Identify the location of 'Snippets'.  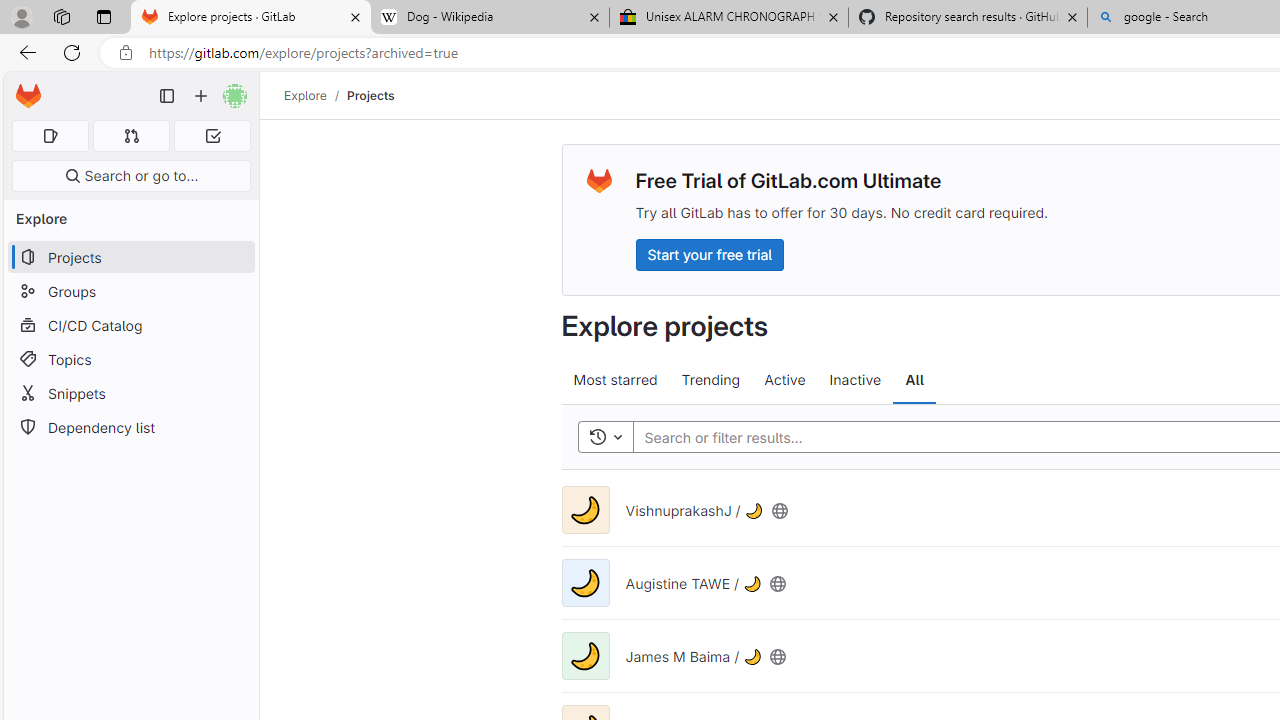
(130, 393).